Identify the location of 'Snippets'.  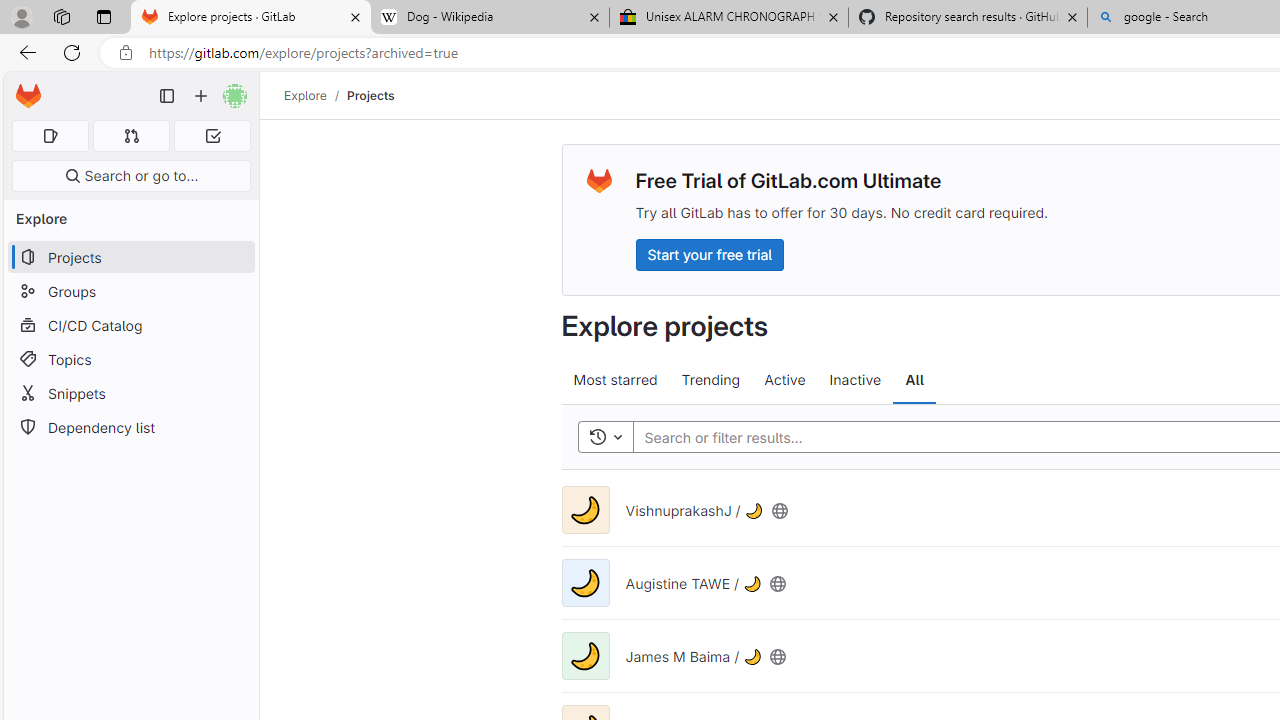
(130, 393).